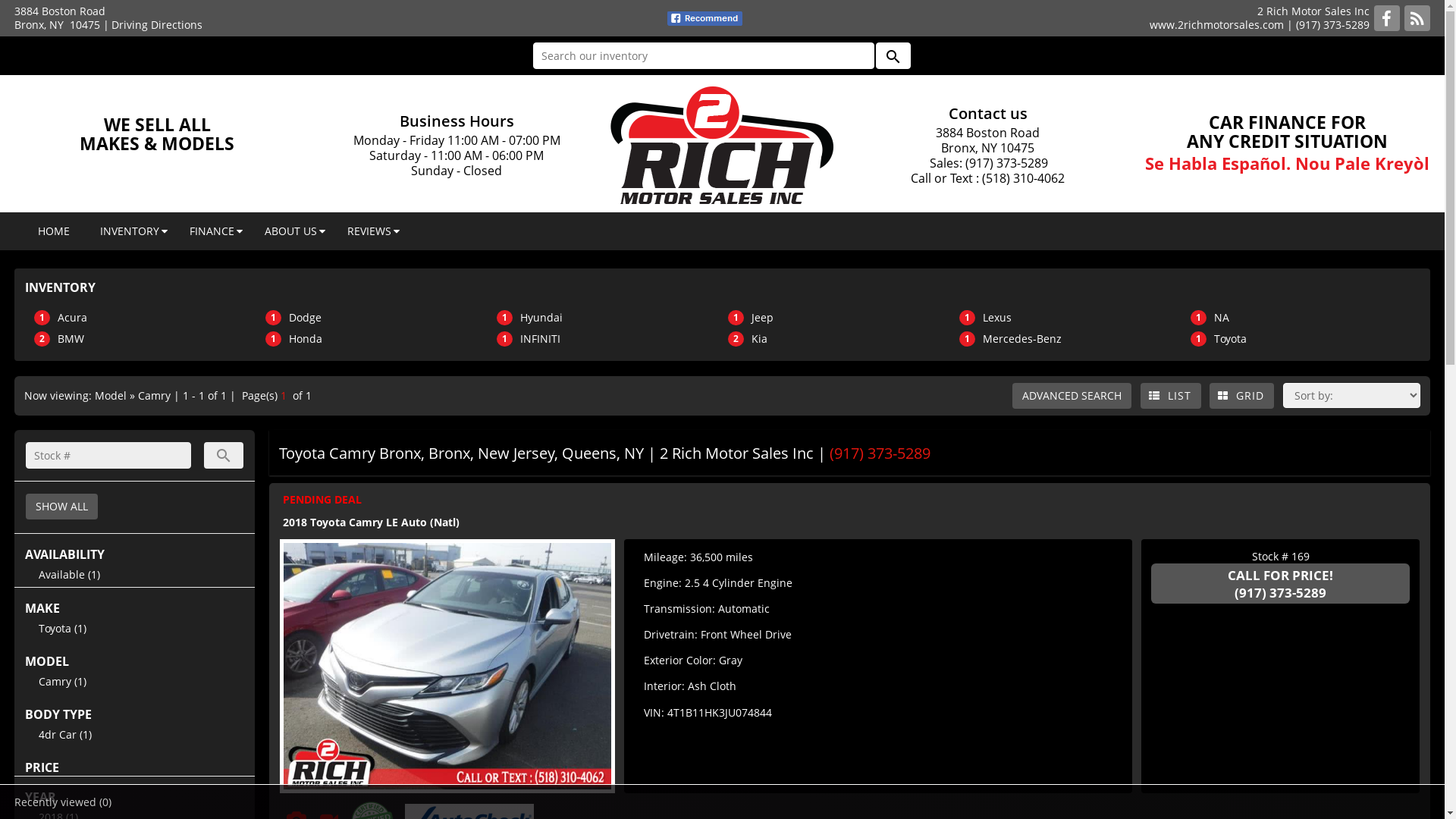 The height and width of the screenshot is (819, 1456). Describe the element at coordinates (369, 231) in the screenshot. I see `'REVIEWS'` at that location.